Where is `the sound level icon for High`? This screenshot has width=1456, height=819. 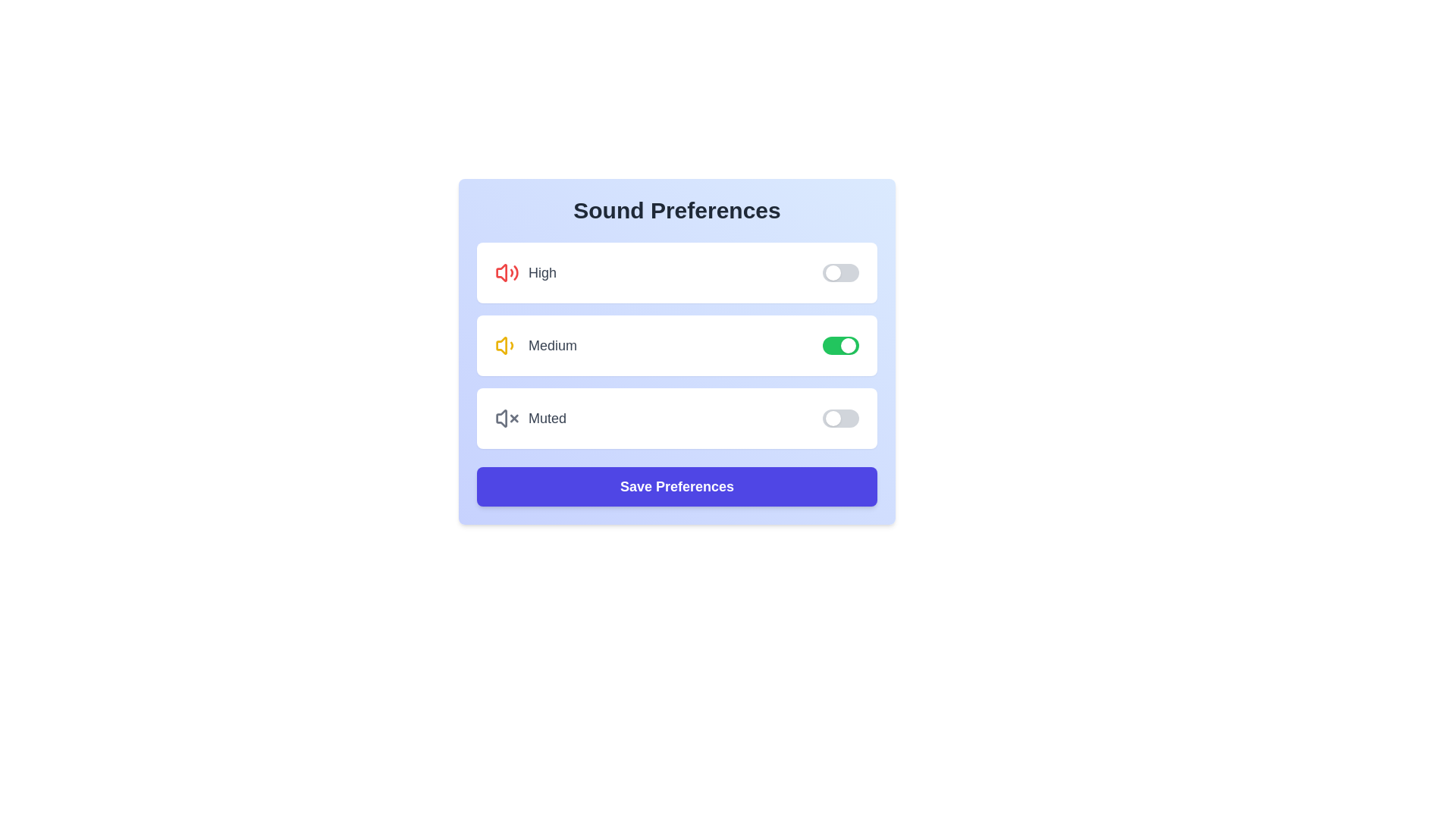 the sound level icon for High is located at coordinates (507, 271).